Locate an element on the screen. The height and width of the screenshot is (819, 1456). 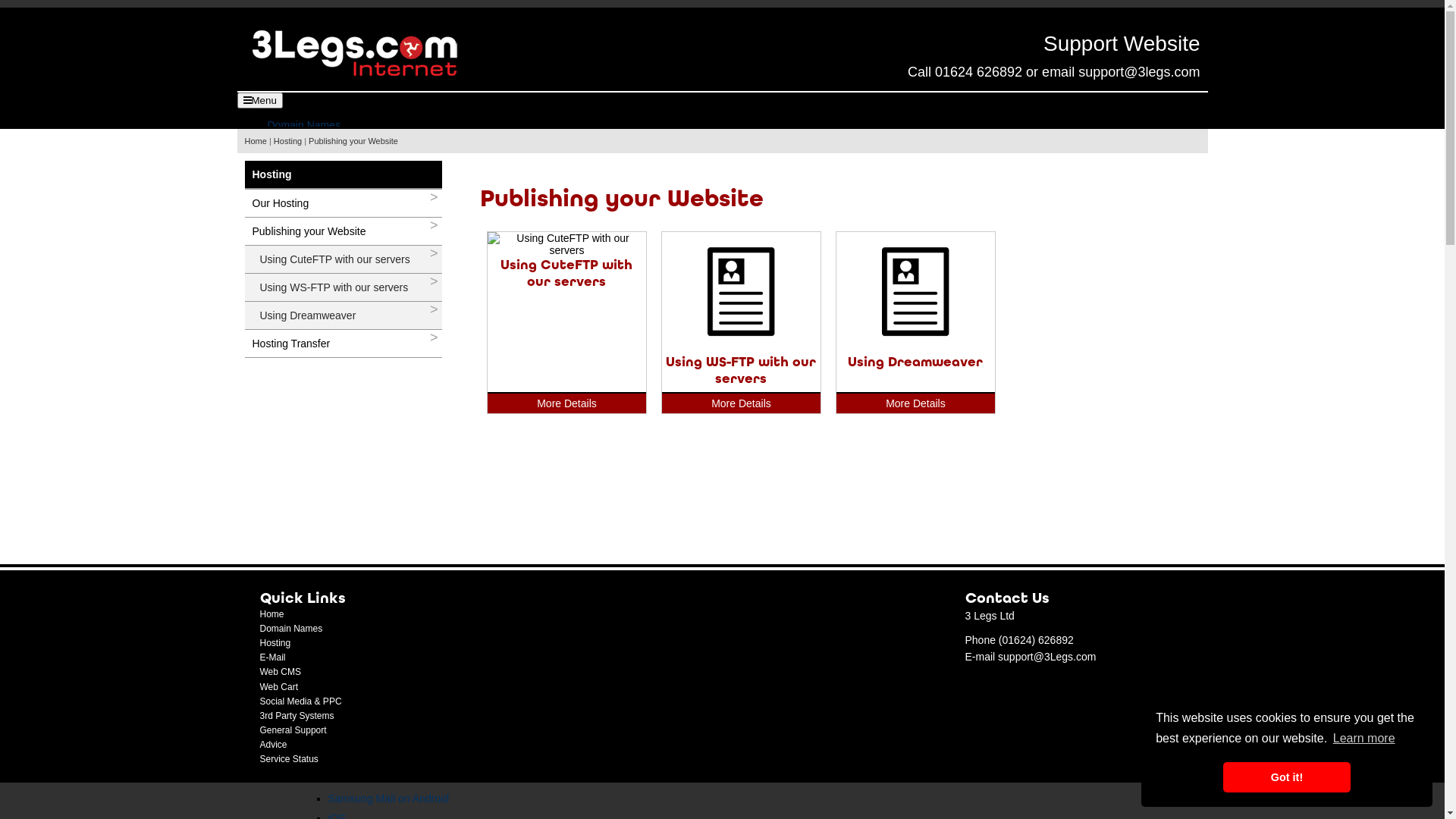
'General Support' is located at coordinates (259, 730).